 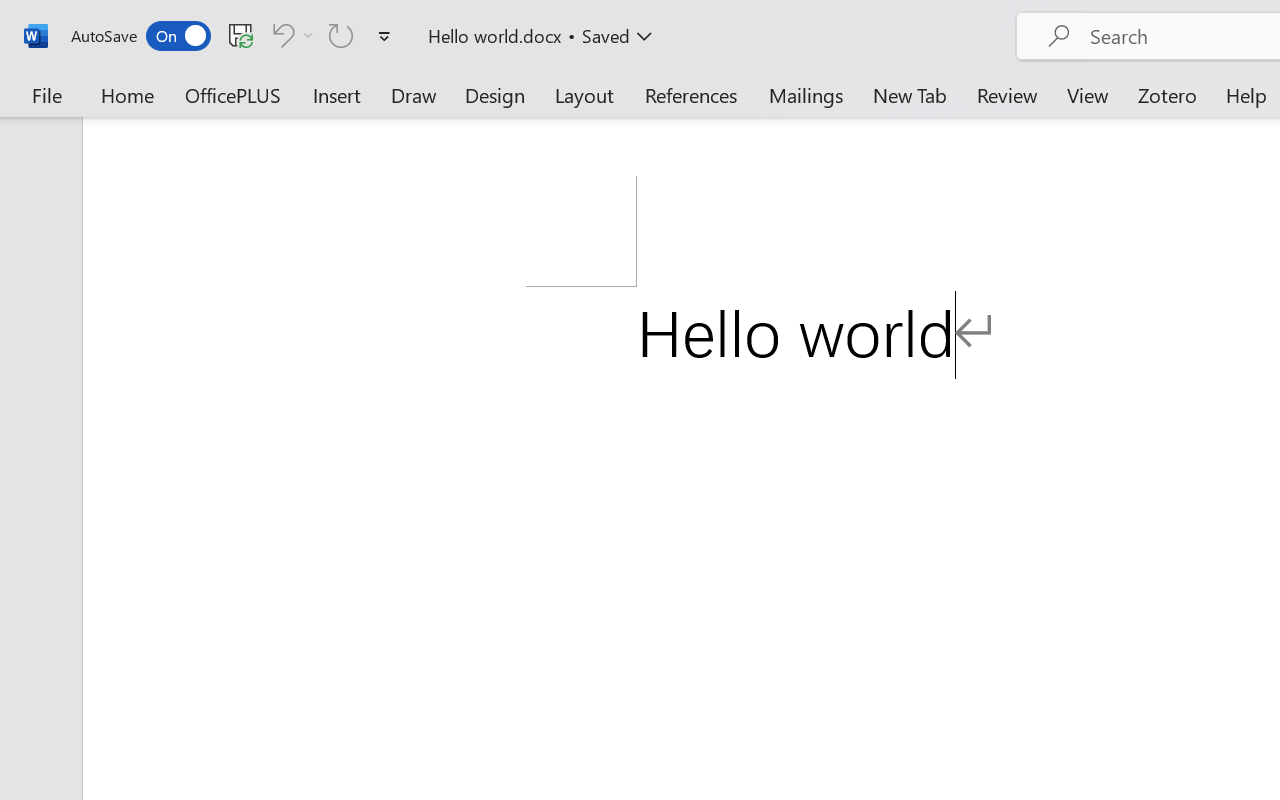 What do you see at coordinates (1167, 94) in the screenshot?
I see `'Zotero'` at bounding box center [1167, 94].